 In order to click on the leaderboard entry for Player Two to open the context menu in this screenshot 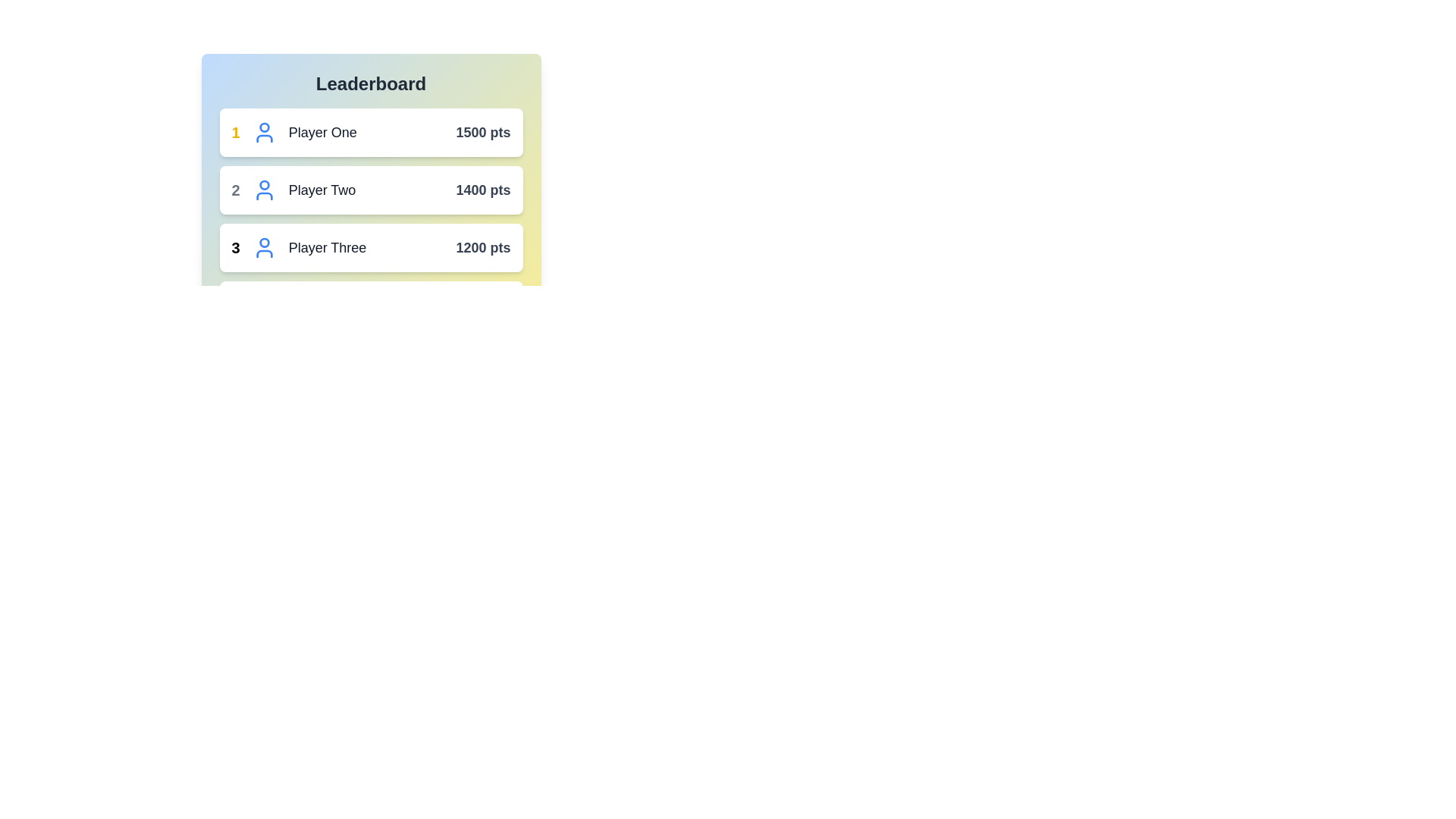, I will do `click(371, 189)`.